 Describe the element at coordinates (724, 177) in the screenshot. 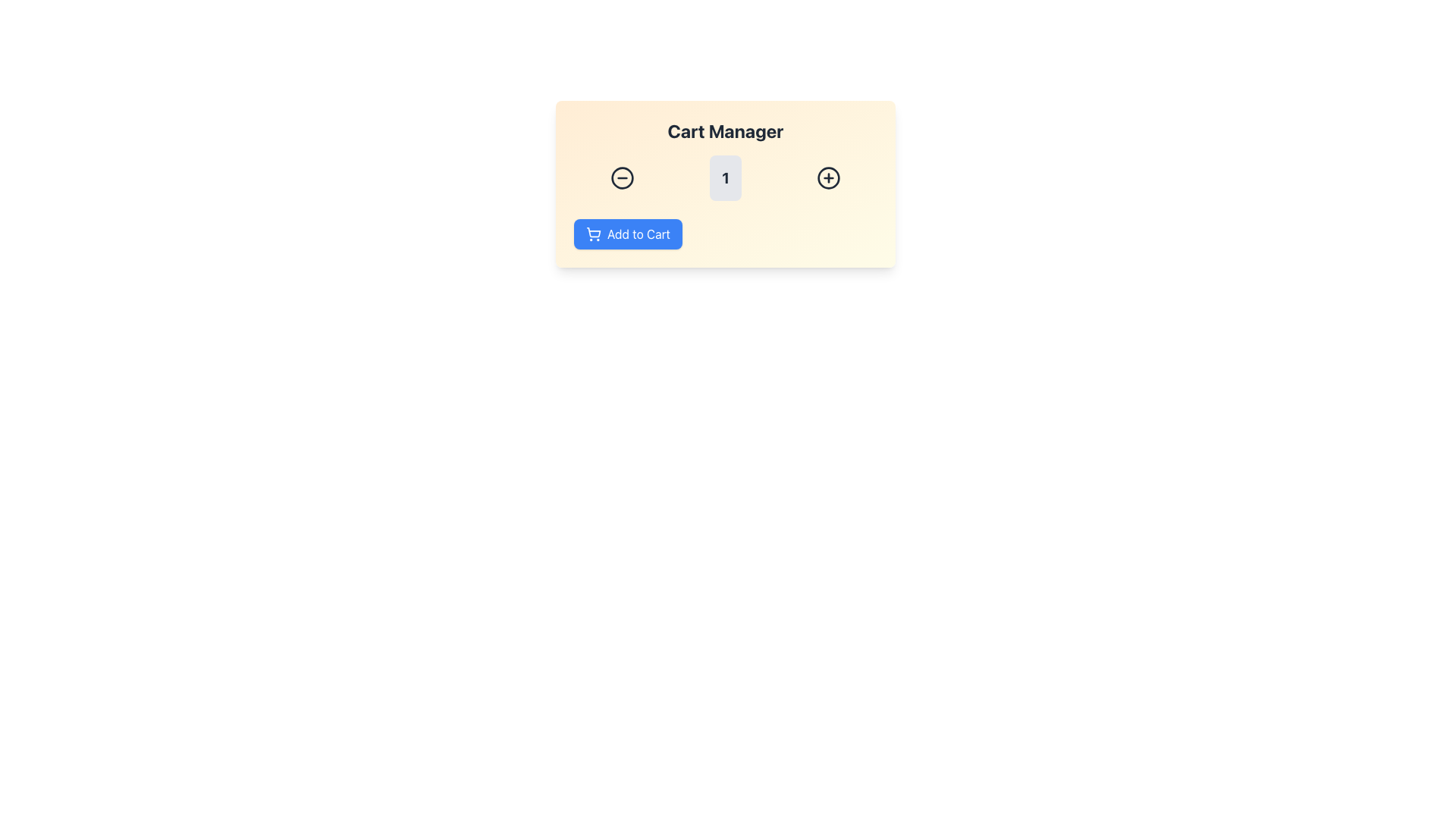

I see `the Text Display Box containing the number '1', which is styled with a gray background and has rounded corners, located between the minus and plus buttons` at that location.